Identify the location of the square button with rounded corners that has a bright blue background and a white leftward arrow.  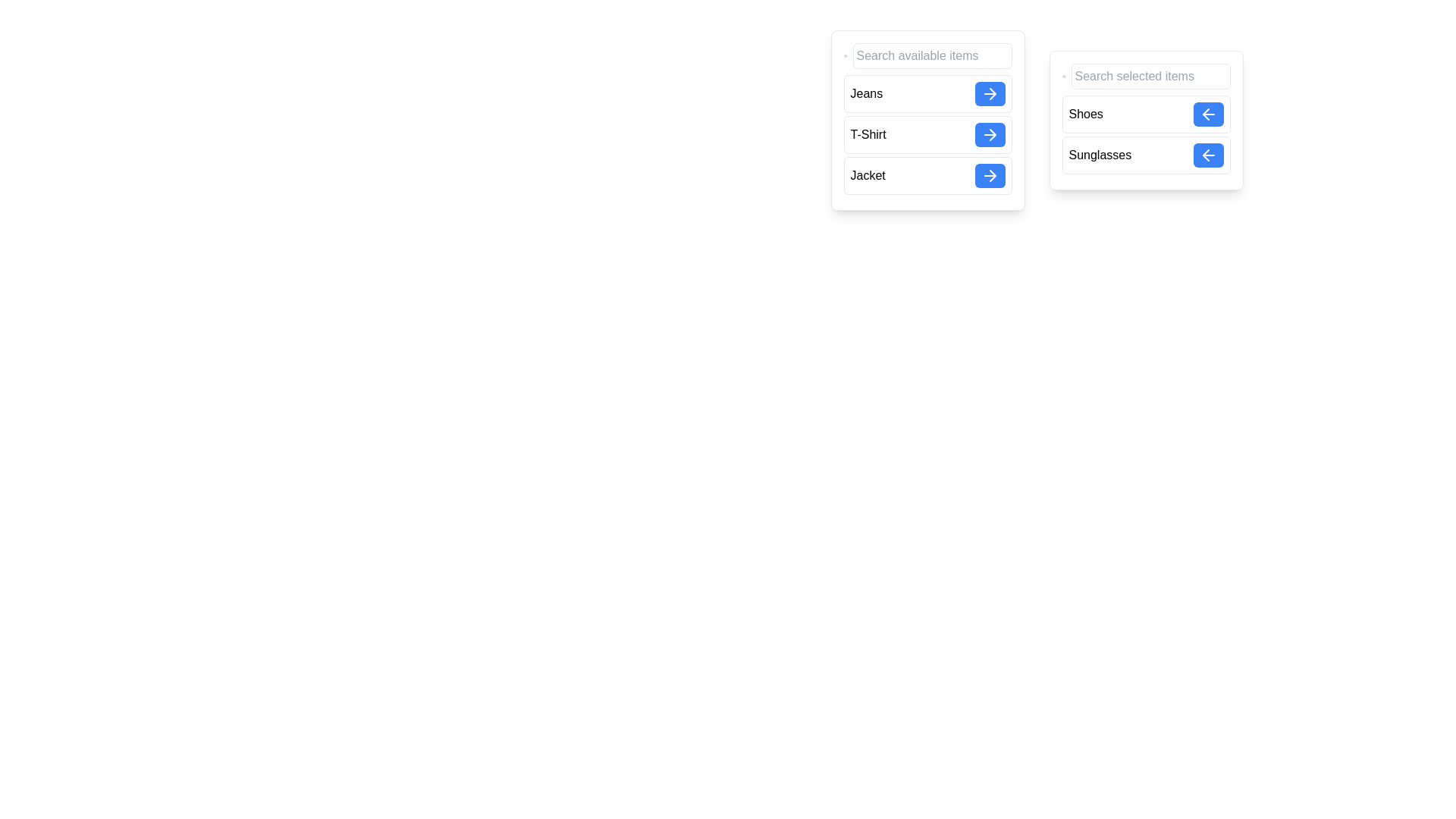
(1207, 155).